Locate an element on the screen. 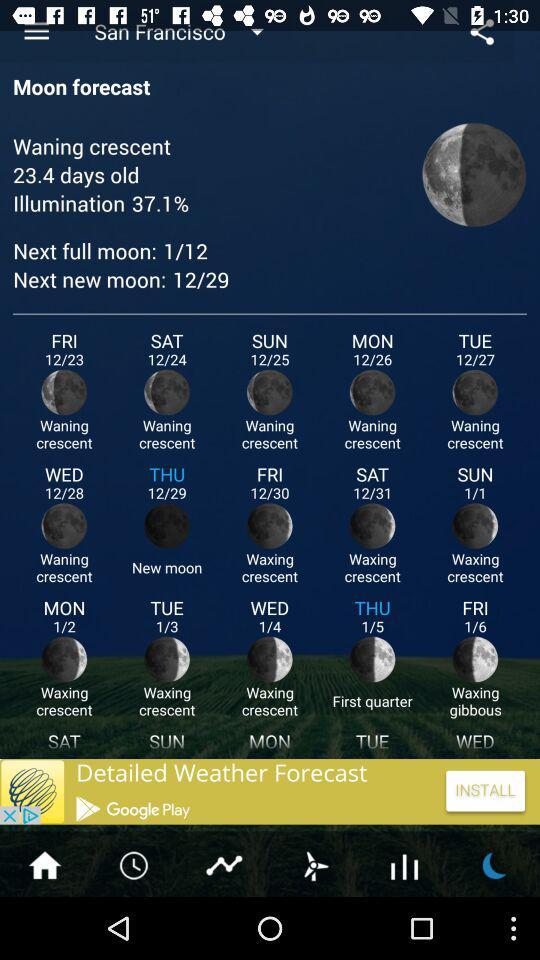 Image resolution: width=540 pixels, height=960 pixels. the weather icon is located at coordinates (494, 925).